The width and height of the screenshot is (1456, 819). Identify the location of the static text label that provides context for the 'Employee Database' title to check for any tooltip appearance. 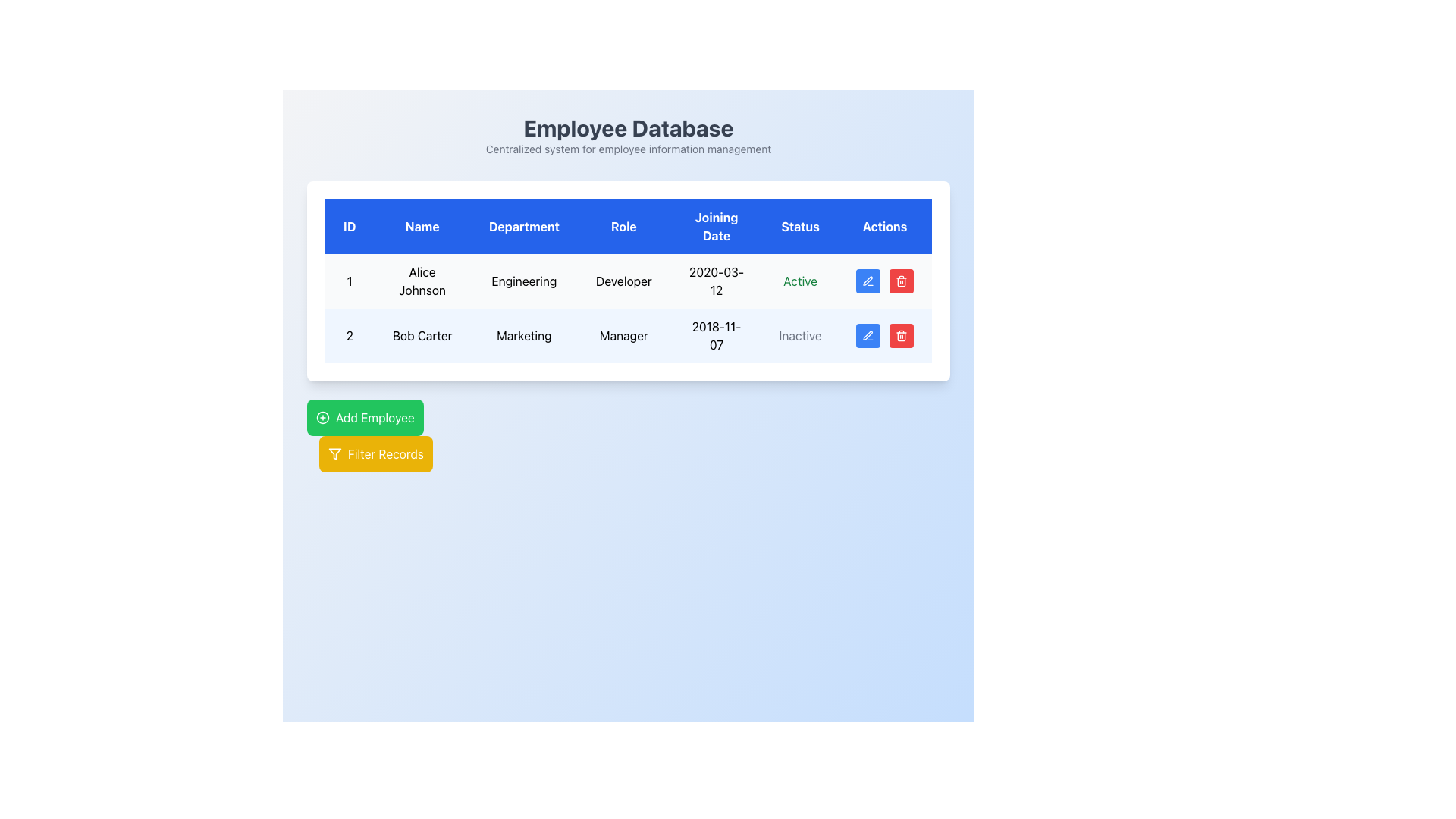
(629, 149).